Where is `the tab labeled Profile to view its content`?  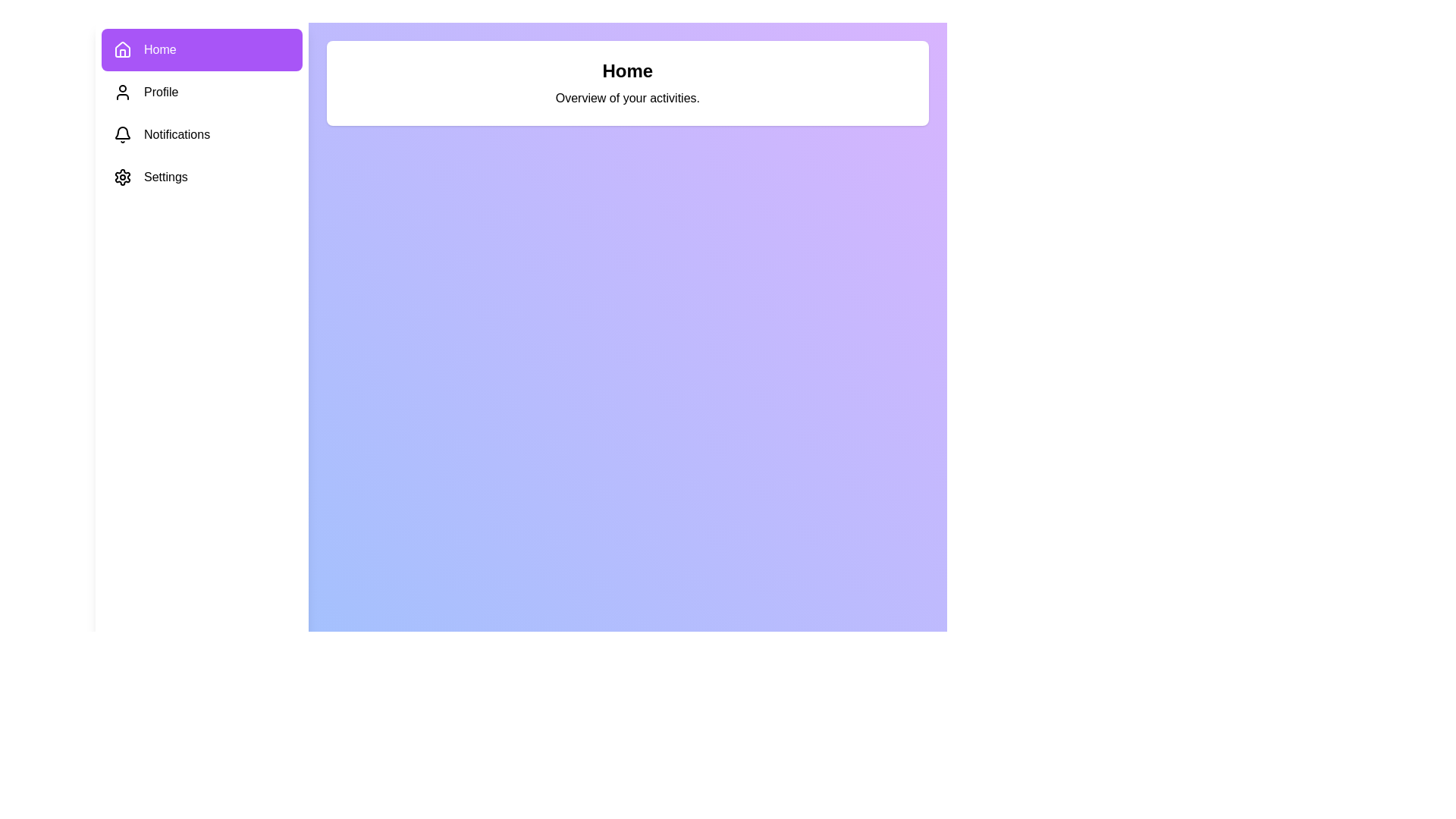 the tab labeled Profile to view its content is located at coordinates (201, 93).